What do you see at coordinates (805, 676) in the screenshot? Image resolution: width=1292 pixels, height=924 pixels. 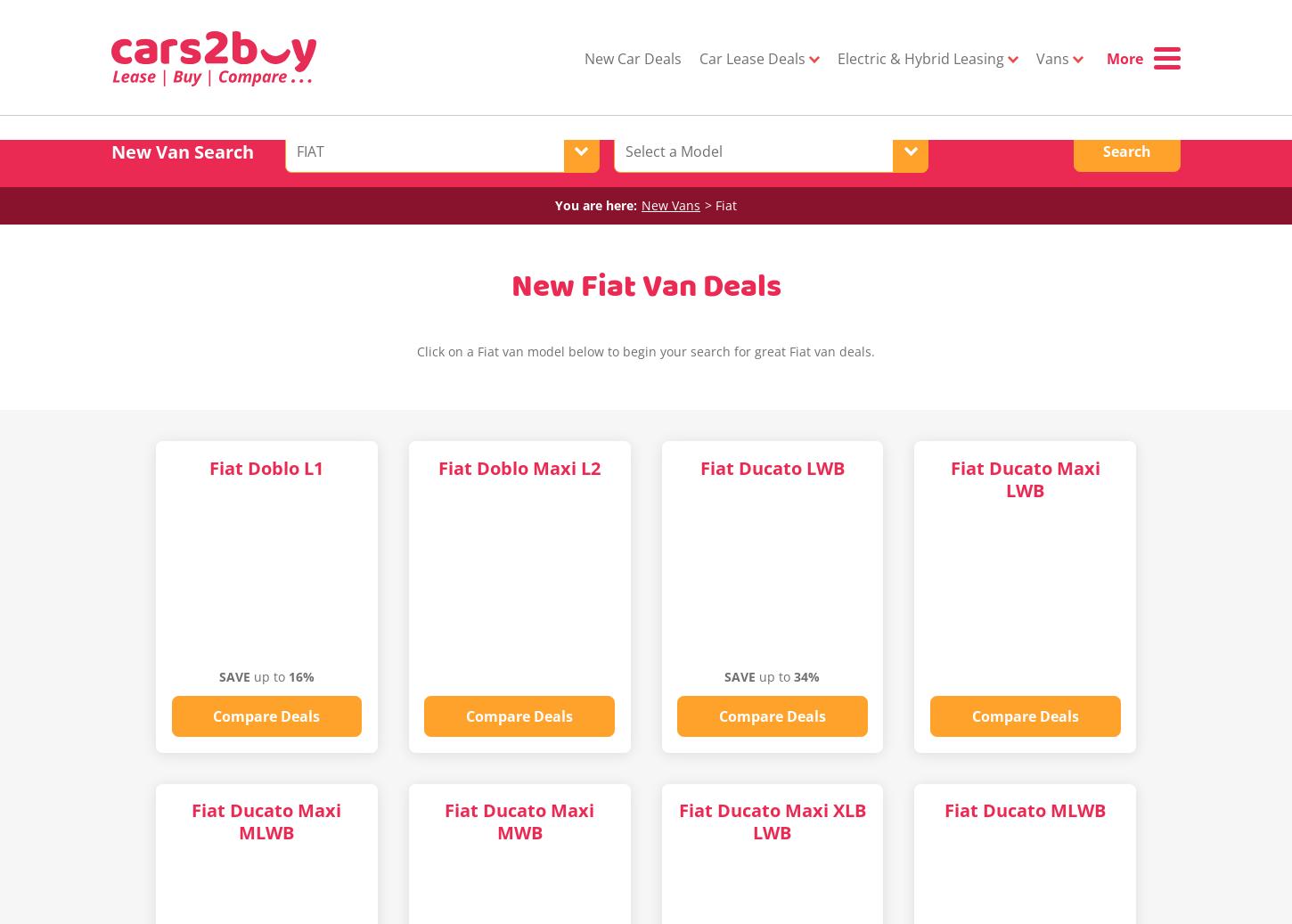 I see `'34%'` at bounding box center [805, 676].